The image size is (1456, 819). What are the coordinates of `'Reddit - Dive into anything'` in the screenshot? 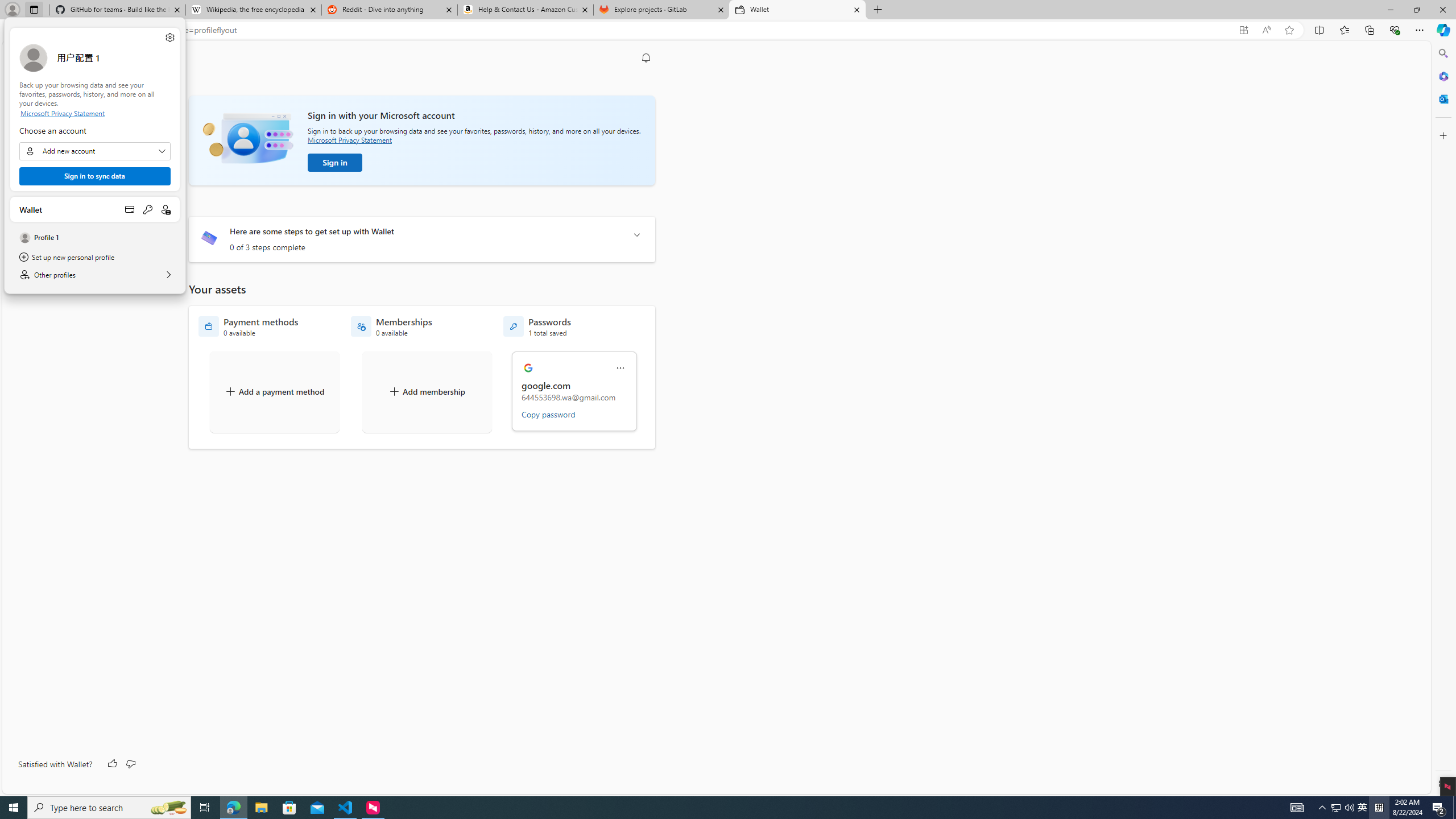 It's located at (390, 9).